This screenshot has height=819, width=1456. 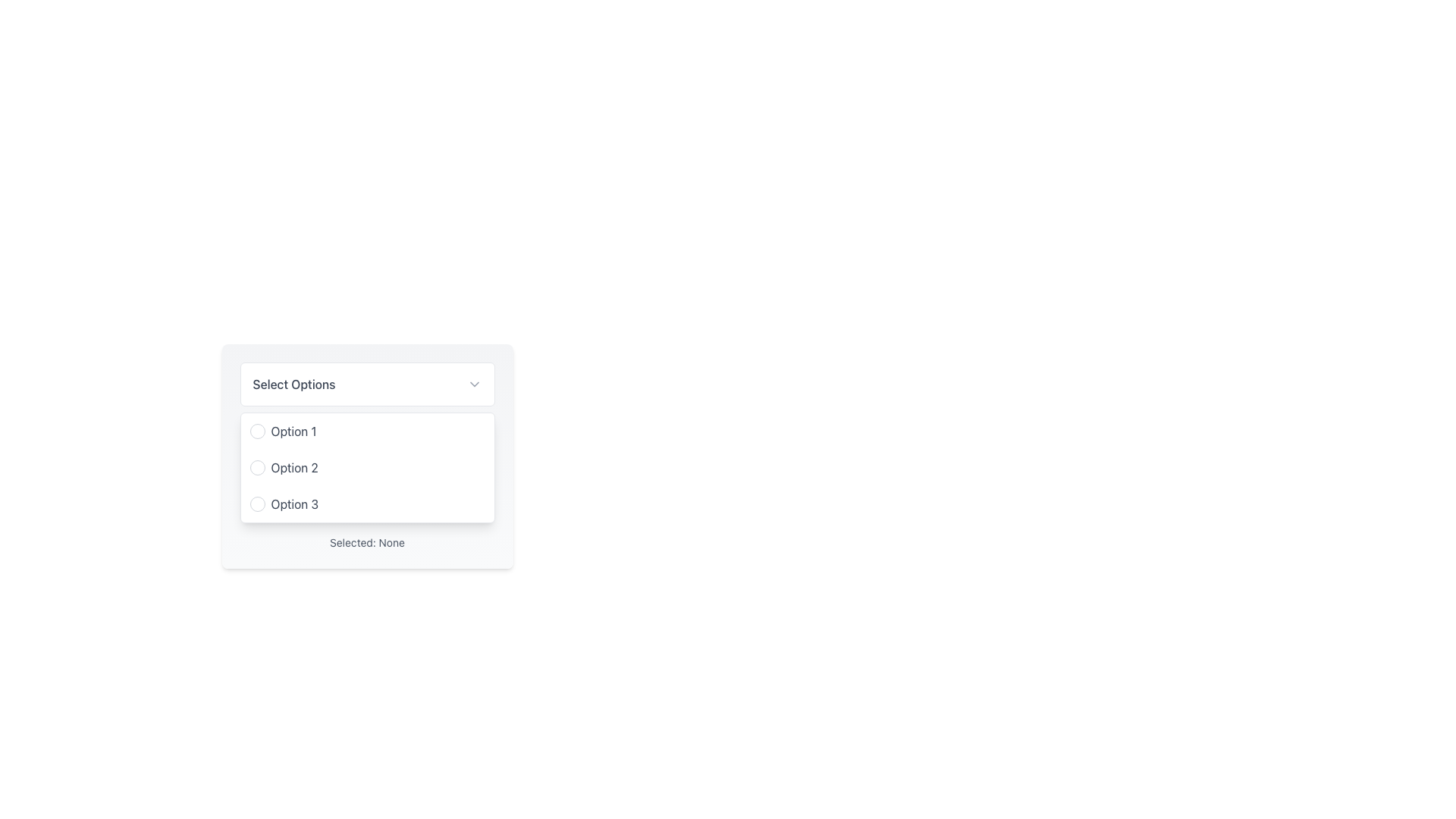 I want to click on text label that displays the current selection, which shows 'Selected: None' and is positioned below the selectable options, so click(x=367, y=542).